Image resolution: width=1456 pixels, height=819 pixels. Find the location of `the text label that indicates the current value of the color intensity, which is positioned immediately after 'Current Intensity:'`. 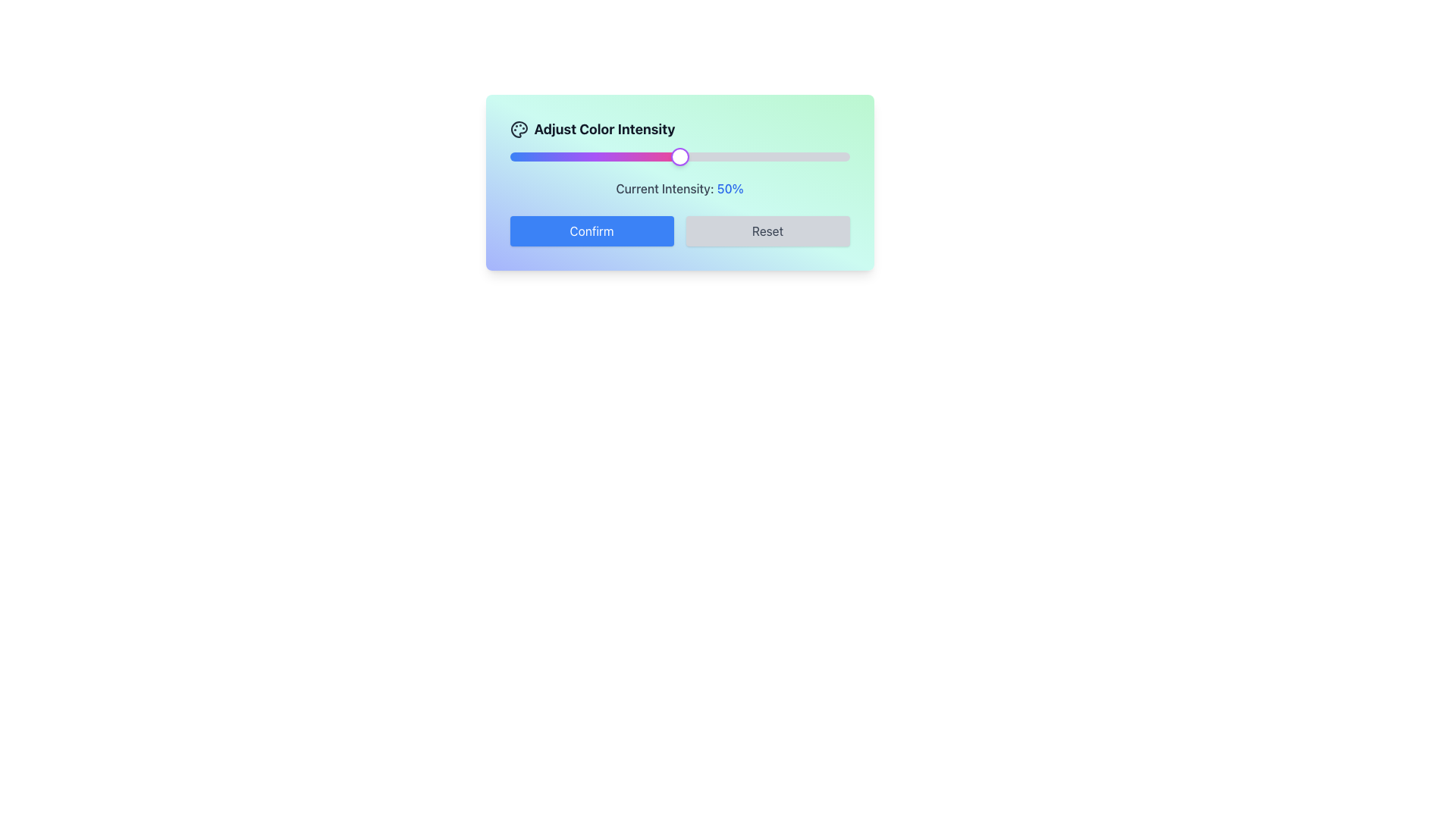

the text label that indicates the current value of the color intensity, which is positioned immediately after 'Current Intensity:' is located at coordinates (730, 188).